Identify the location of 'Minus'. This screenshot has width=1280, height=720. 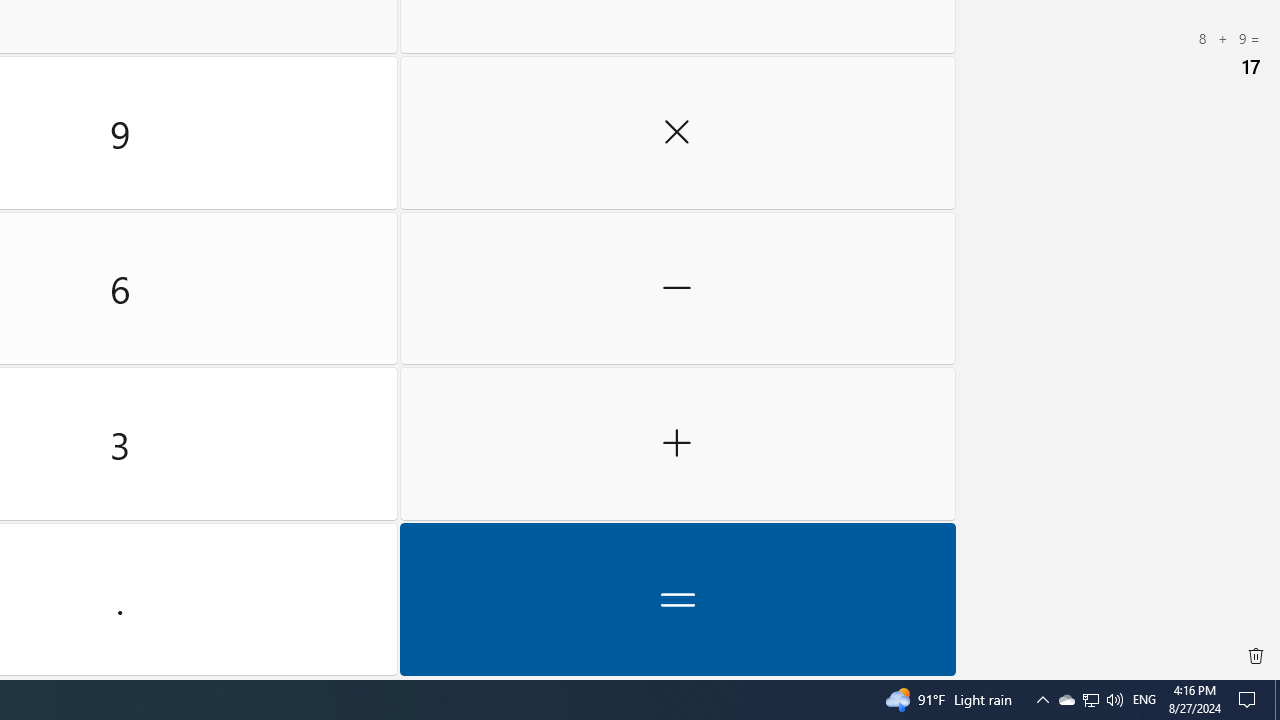
(677, 288).